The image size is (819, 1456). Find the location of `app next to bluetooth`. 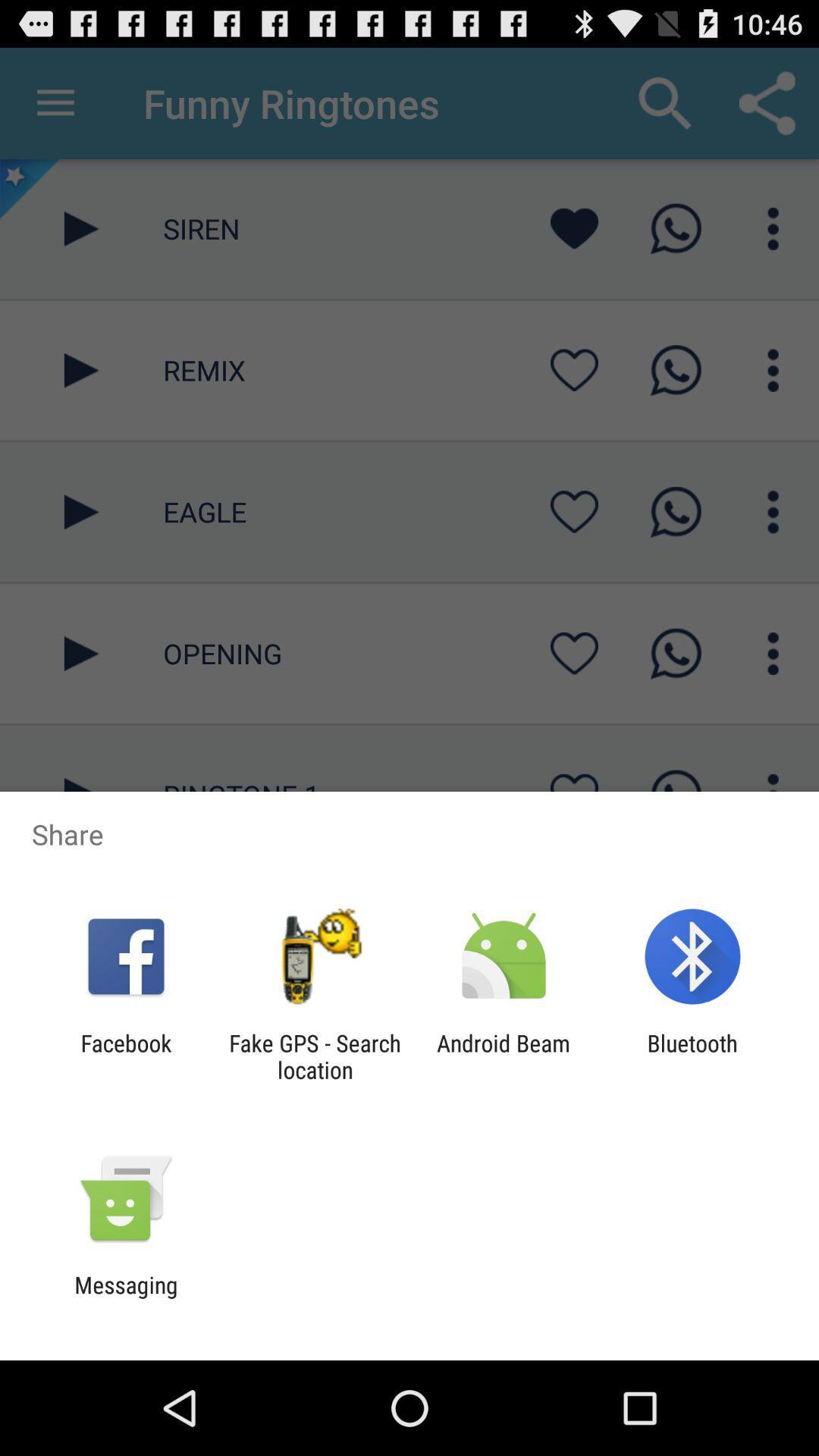

app next to bluetooth is located at coordinates (504, 1056).